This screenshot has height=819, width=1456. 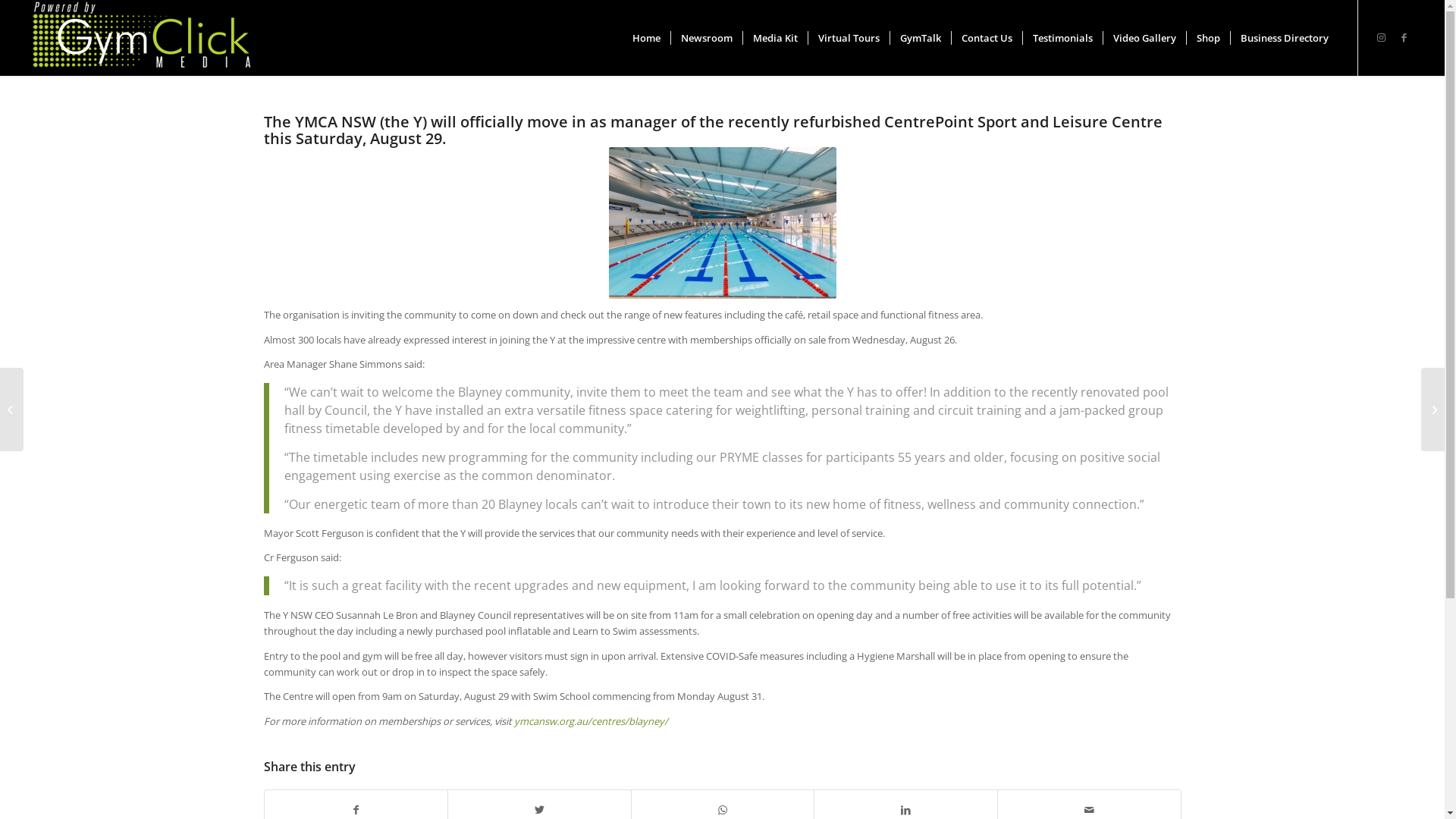 What do you see at coordinates (847, 37) in the screenshot?
I see `'Virtual Tours'` at bounding box center [847, 37].